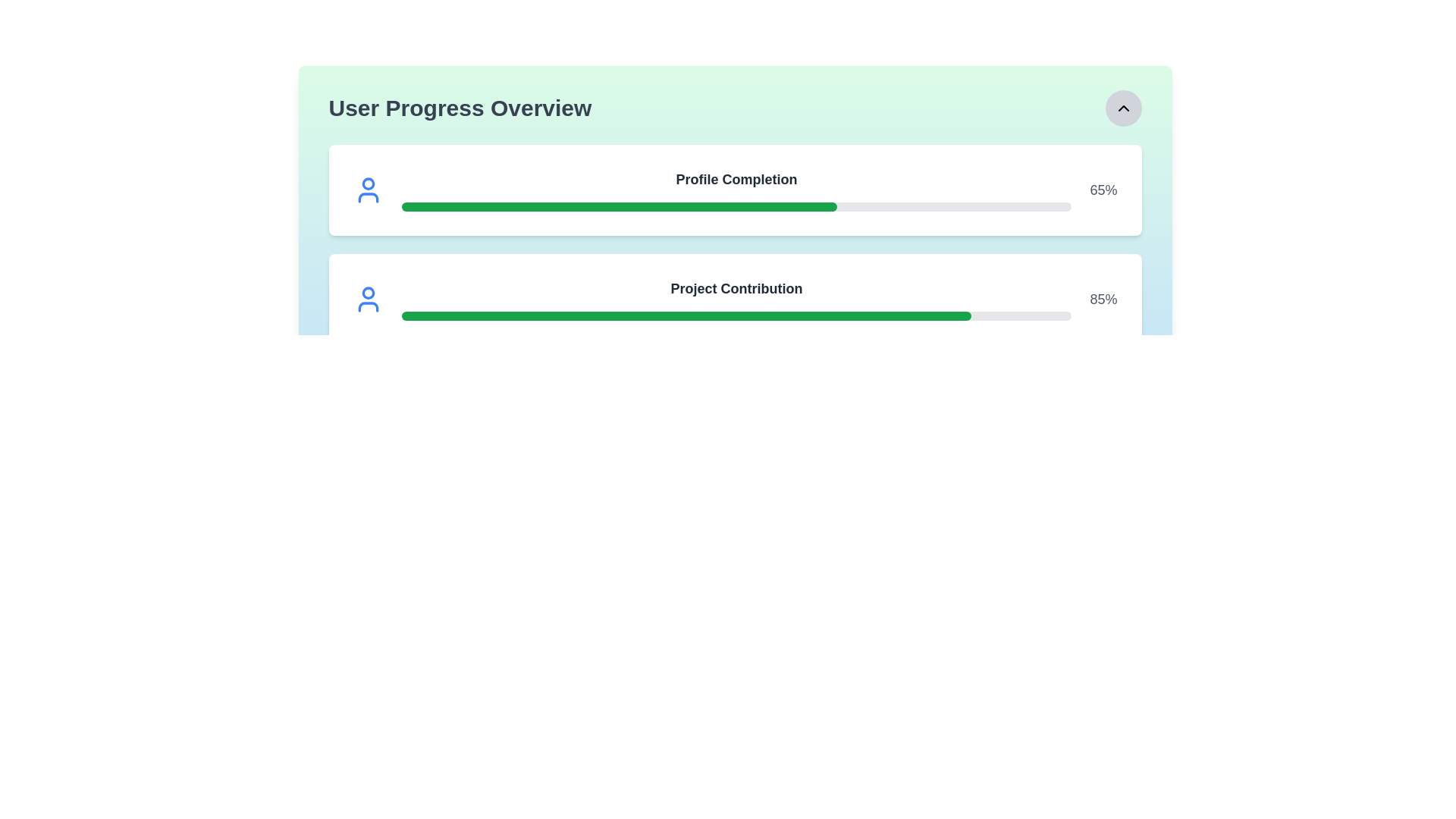 The height and width of the screenshot is (819, 1456). What do you see at coordinates (1103, 189) in the screenshot?
I see `the text label displaying the profile completion percentage, located at the top-right corner of the progress card` at bounding box center [1103, 189].